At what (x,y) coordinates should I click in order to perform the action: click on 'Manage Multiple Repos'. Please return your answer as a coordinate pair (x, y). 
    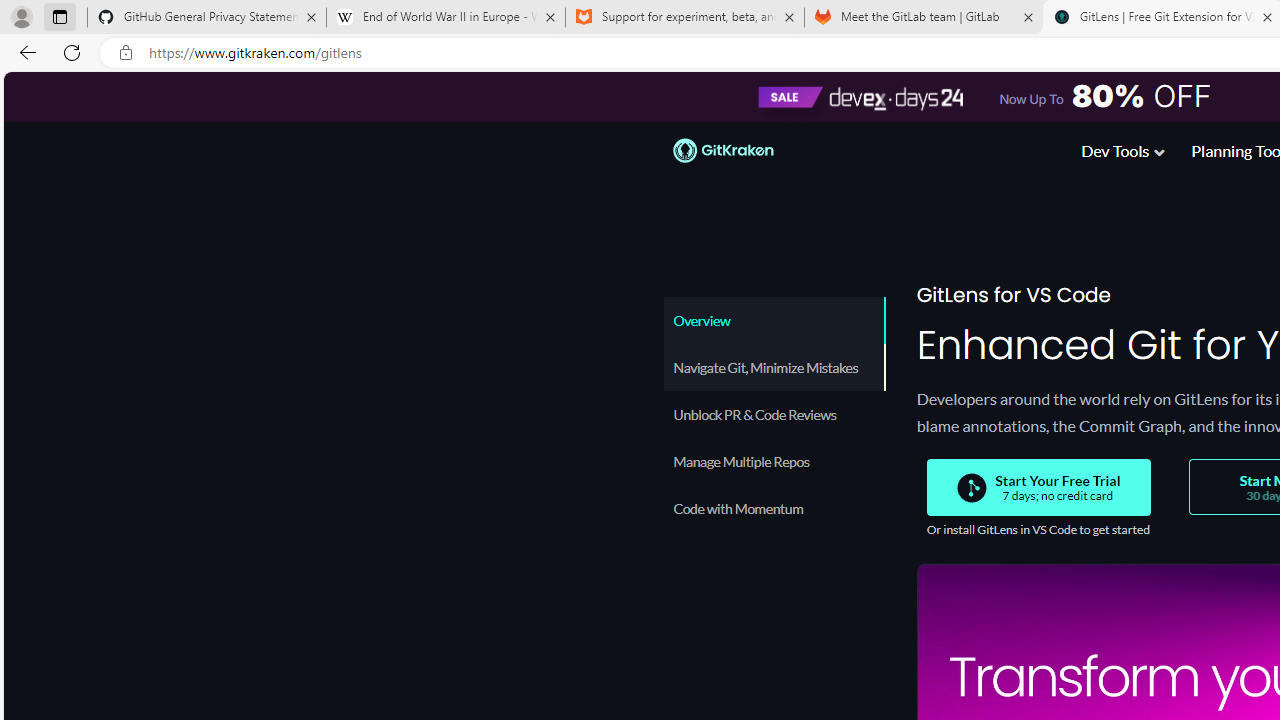
    Looking at the image, I should click on (773, 461).